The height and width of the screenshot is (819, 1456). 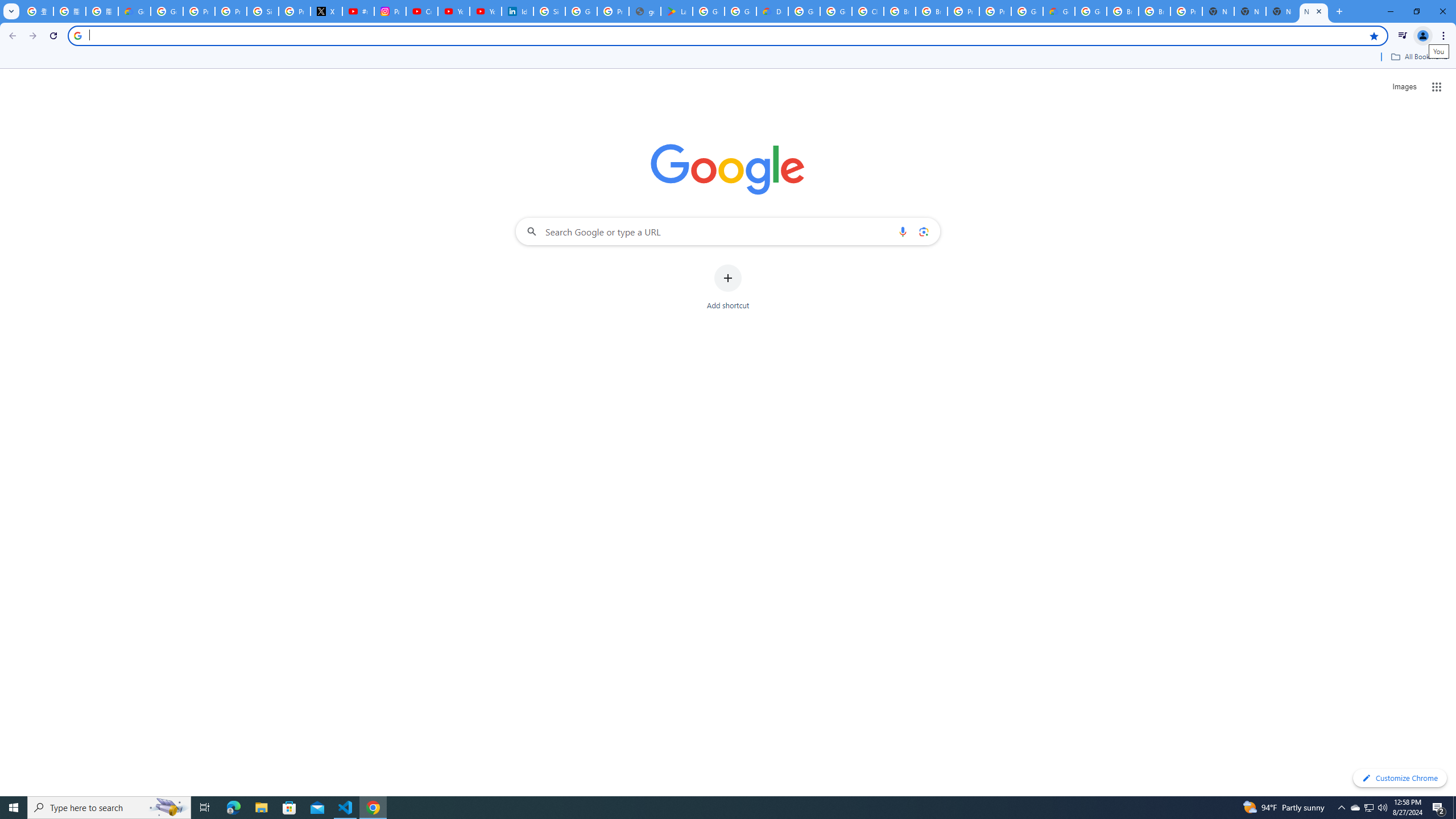 I want to click on 'Control your music, videos, and more', so click(x=1403, y=35).